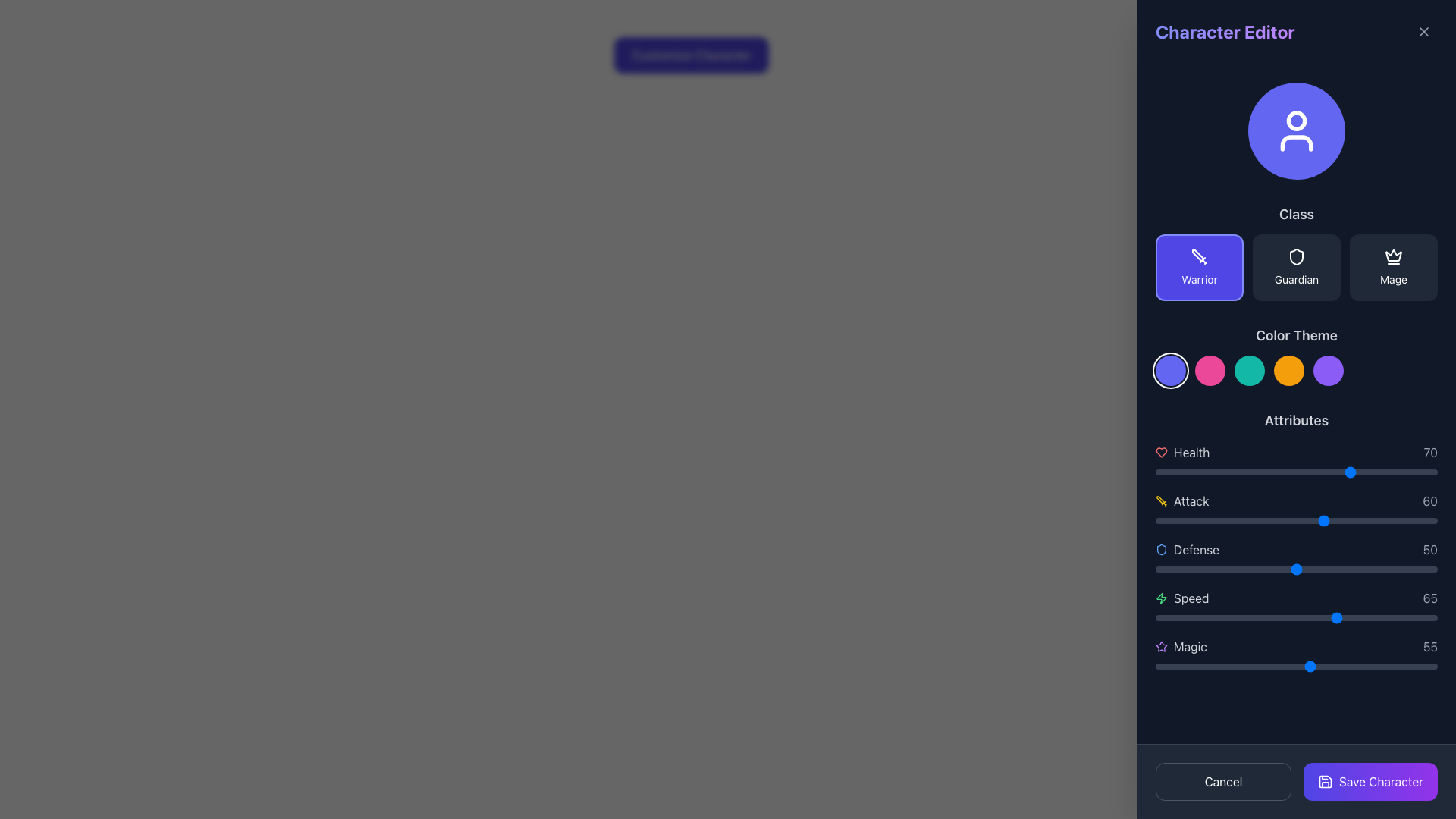 The image size is (1456, 819). Describe the element at coordinates (1350, 519) in the screenshot. I see `the Attack attribute` at that location.